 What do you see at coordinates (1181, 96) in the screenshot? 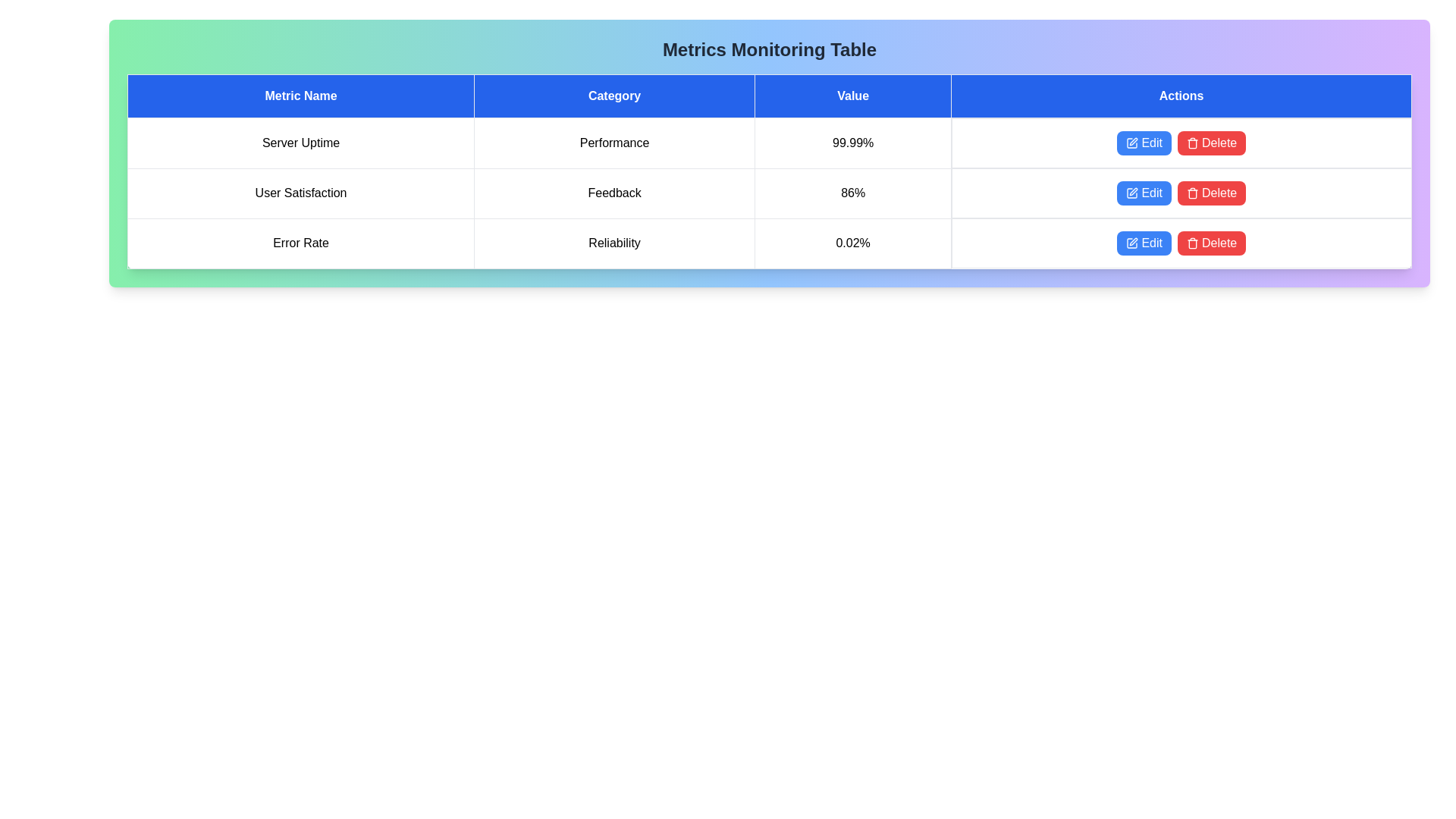
I see `the table header Actions to sort or interact with it` at bounding box center [1181, 96].